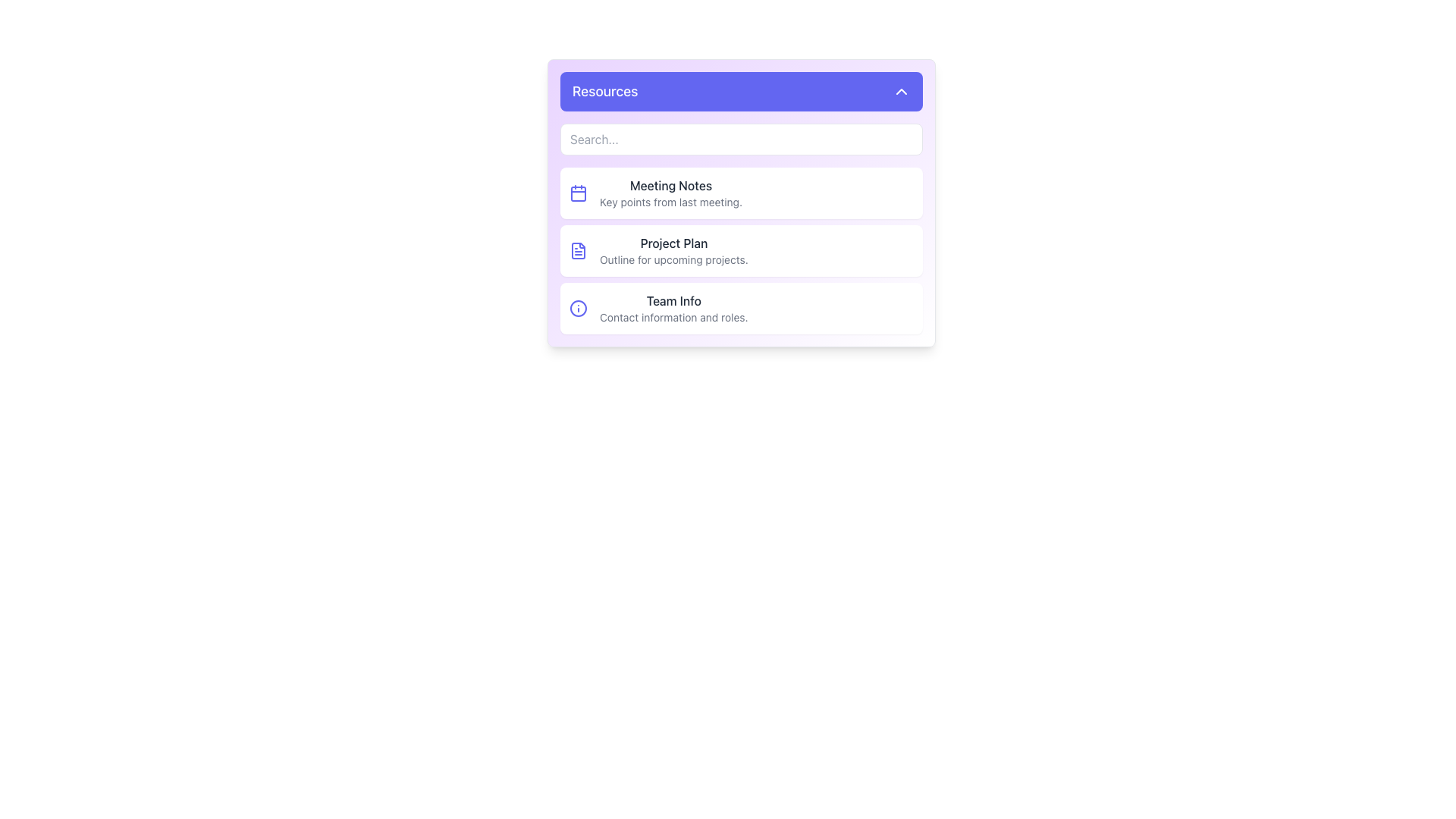  Describe the element at coordinates (670, 185) in the screenshot. I see `the 'Meeting Notes' title element` at that location.